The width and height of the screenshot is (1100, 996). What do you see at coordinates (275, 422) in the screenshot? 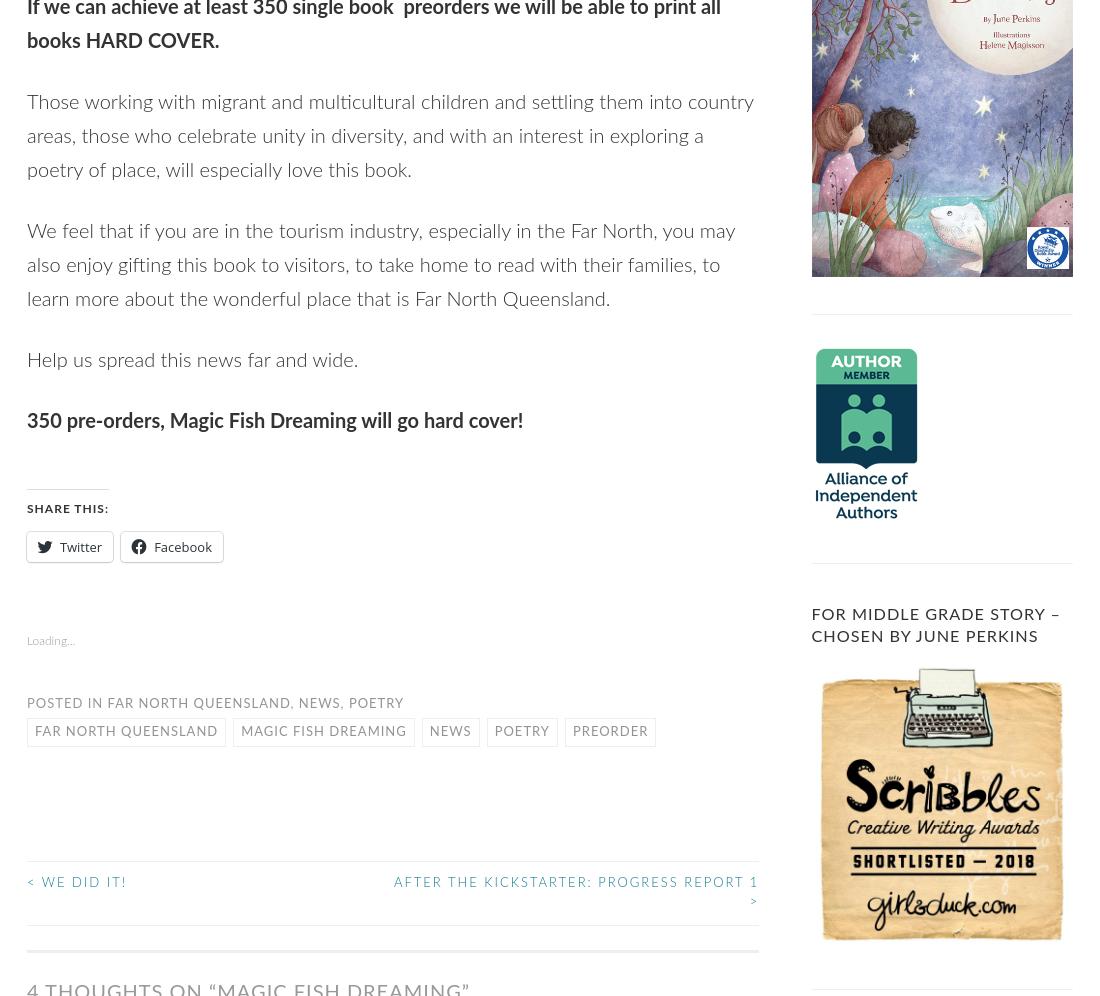
I see `'350 pre-orders, Magic Fish Dreaming will go hard cover!'` at bounding box center [275, 422].